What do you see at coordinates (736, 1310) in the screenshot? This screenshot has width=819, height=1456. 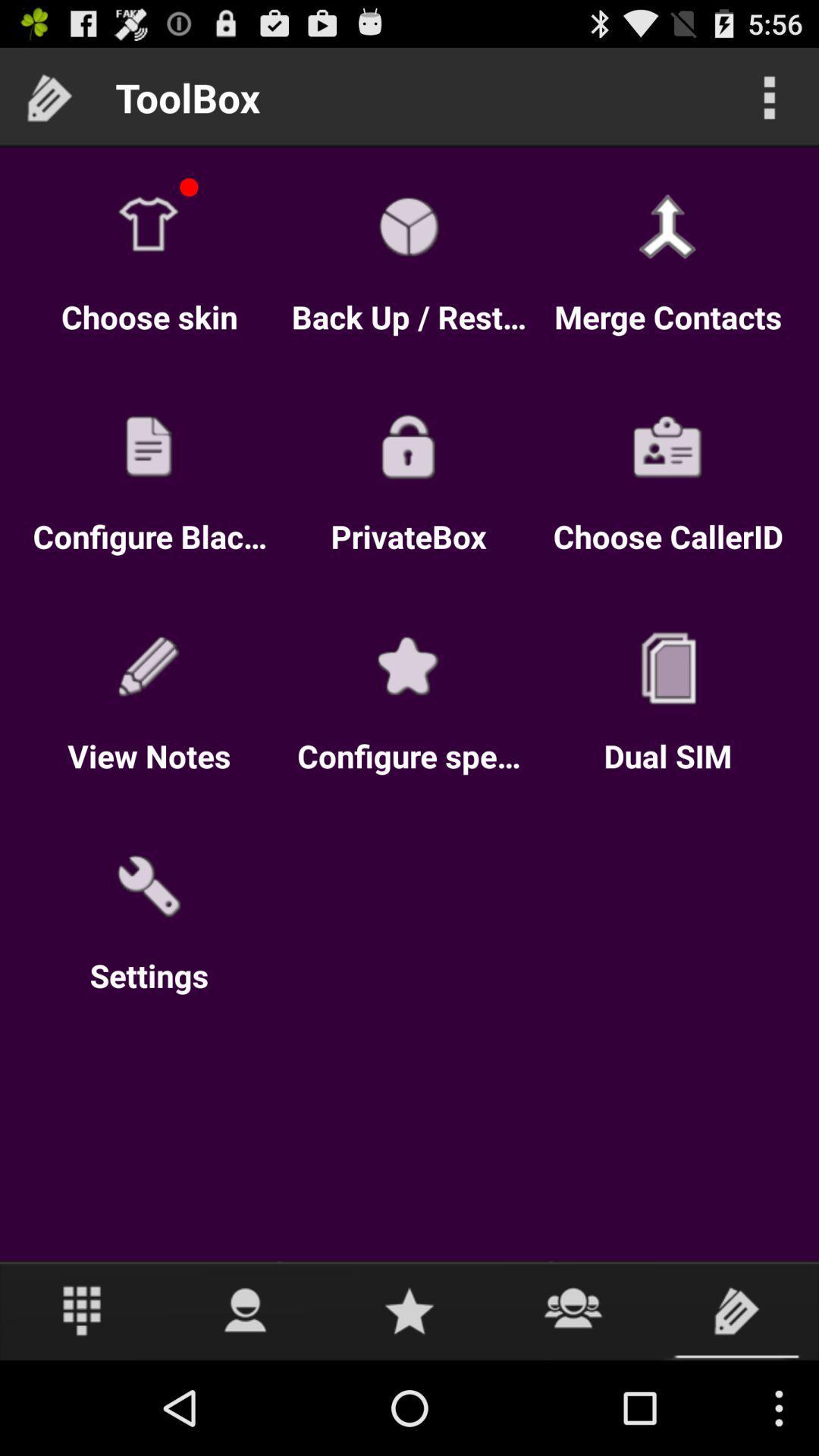 I see `click for toolbox` at bounding box center [736, 1310].